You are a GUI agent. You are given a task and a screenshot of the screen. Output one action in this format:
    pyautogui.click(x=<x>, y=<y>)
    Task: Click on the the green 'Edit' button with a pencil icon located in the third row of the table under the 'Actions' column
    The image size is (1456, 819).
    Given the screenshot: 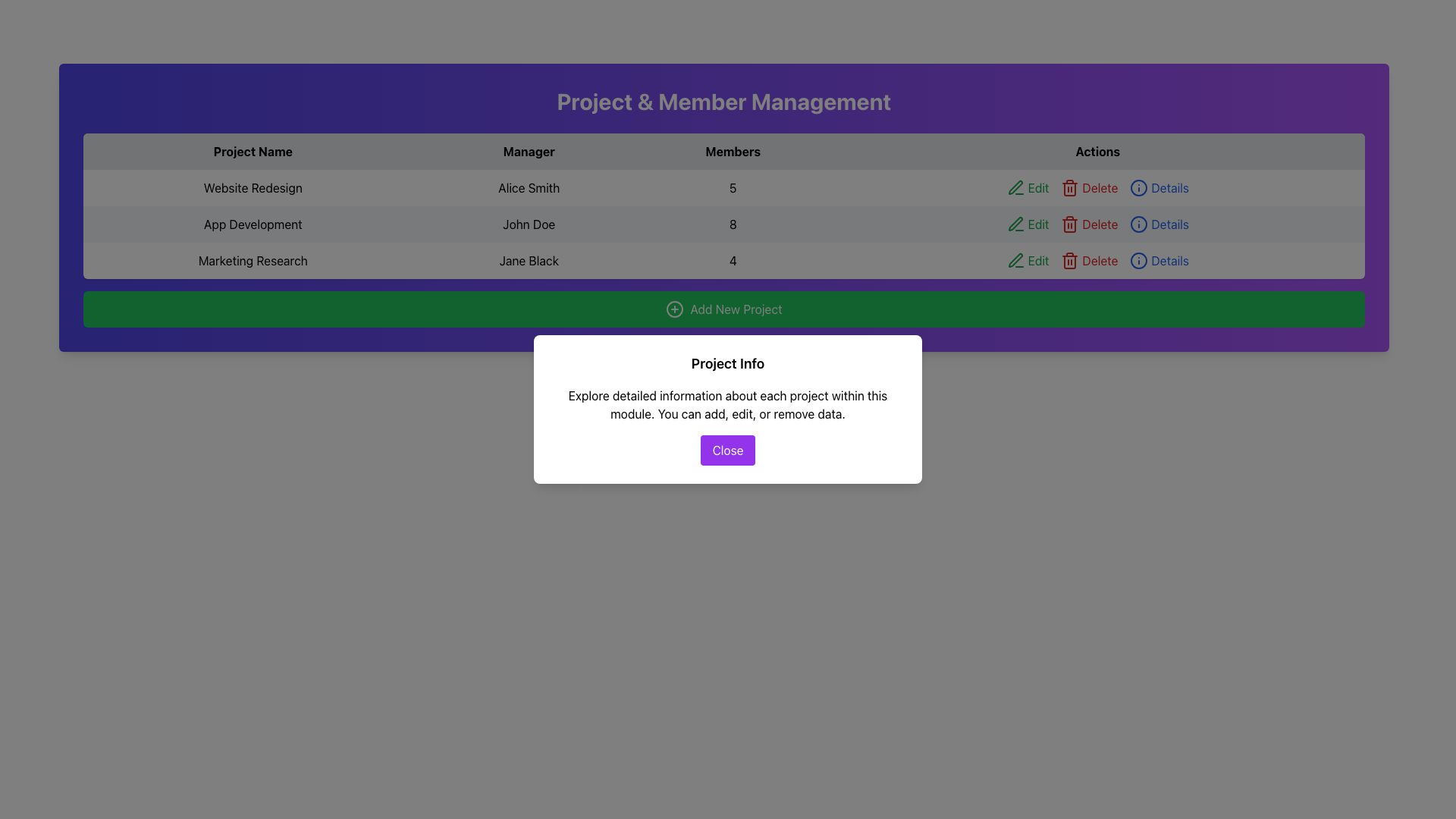 What is the action you would take?
    pyautogui.click(x=1028, y=187)
    